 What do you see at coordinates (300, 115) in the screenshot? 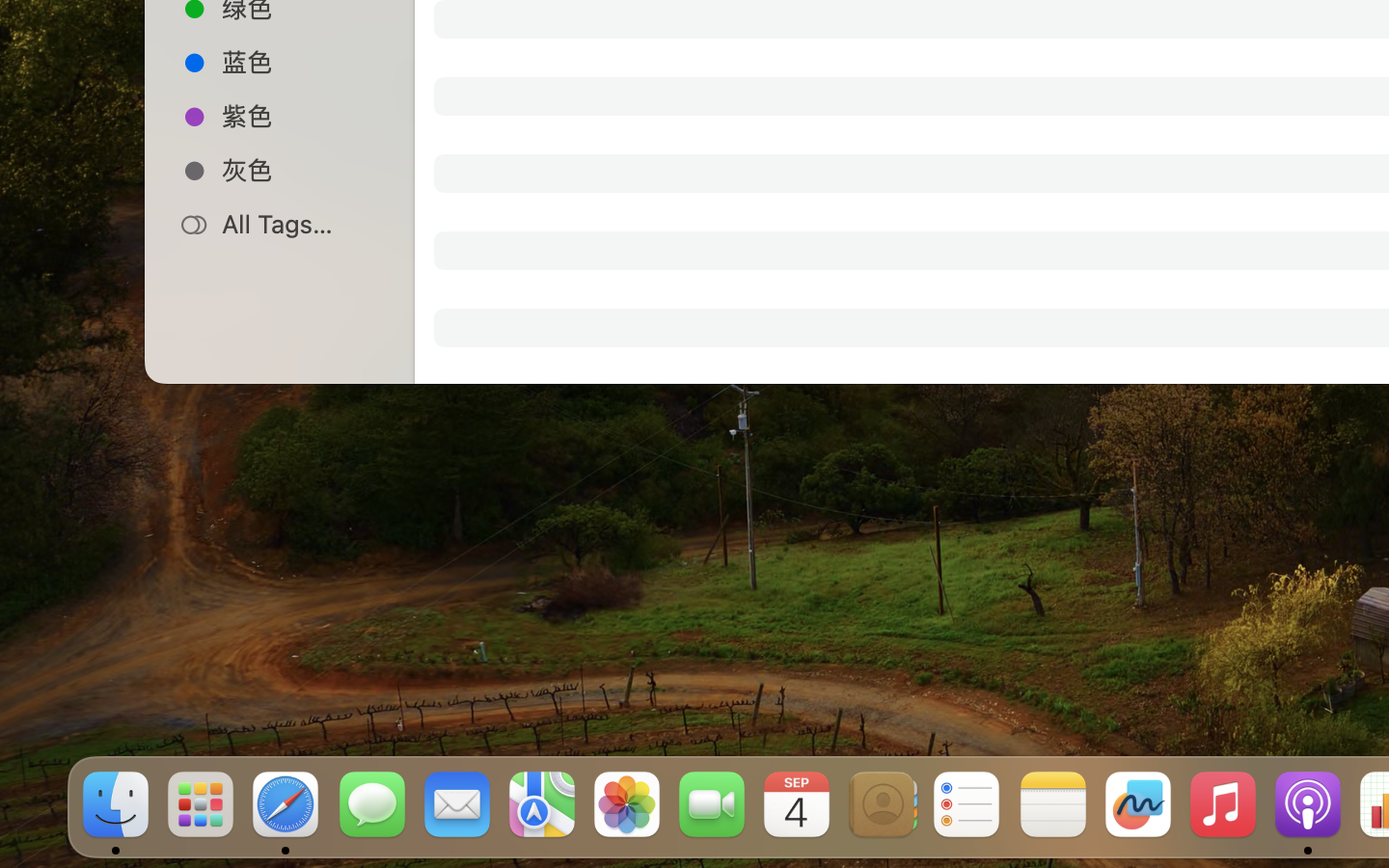
I see `'紫色'` at bounding box center [300, 115].